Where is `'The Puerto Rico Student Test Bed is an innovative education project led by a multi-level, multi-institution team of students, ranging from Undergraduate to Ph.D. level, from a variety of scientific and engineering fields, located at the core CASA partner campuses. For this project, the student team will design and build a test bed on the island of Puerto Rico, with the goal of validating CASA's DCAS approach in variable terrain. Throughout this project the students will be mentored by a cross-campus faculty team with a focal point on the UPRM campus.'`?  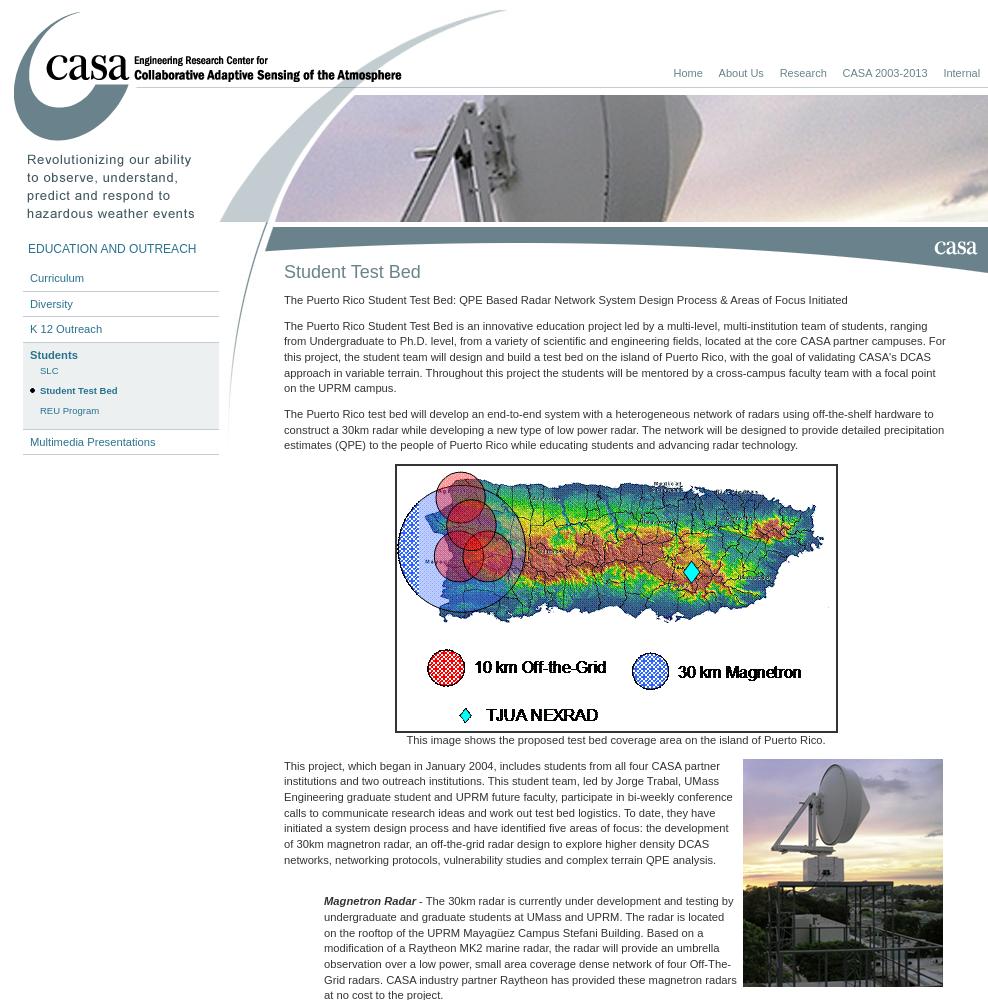
'The Puerto Rico Student Test Bed is an innovative education project led by a multi-level, multi-institution team of students, ranging from Undergraduate to Ph.D. level, from a variety of scientific and engineering fields, located at the core CASA partner campuses. For this project, the student team will design and build a test bed on the island of Puerto Rico, with the goal of validating CASA's DCAS approach in variable terrain. Throughout this project the students will be mentored by a cross-campus faculty team with a focal point on the UPRM campus.' is located at coordinates (614, 355).